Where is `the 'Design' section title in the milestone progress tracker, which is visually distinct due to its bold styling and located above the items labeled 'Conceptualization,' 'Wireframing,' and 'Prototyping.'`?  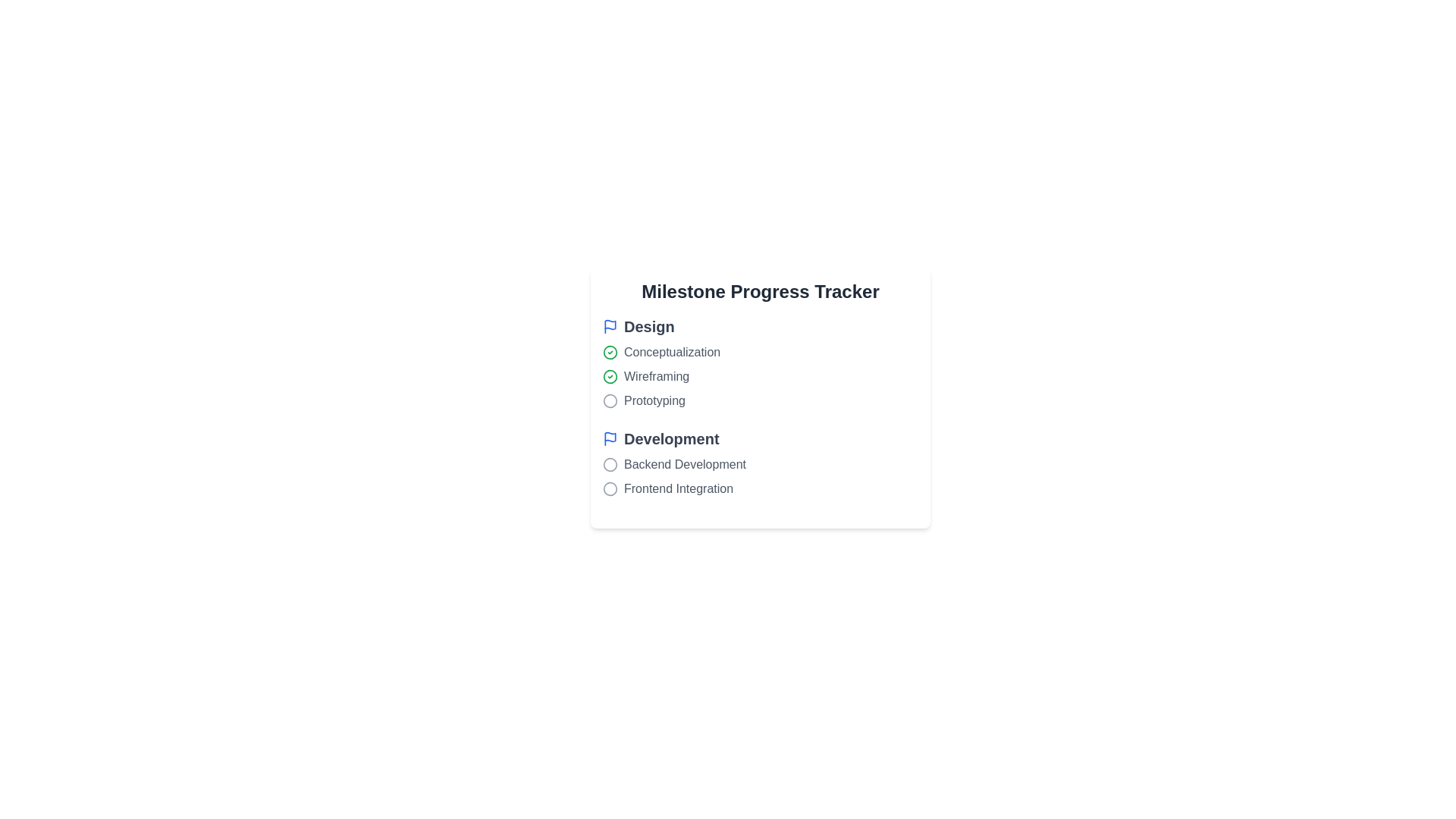 the 'Design' section title in the milestone progress tracker, which is visually distinct due to its bold styling and located above the items labeled 'Conceptualization,' 'Wireframing,' and 'Prototyping.' is located at coordinates (761, 326).